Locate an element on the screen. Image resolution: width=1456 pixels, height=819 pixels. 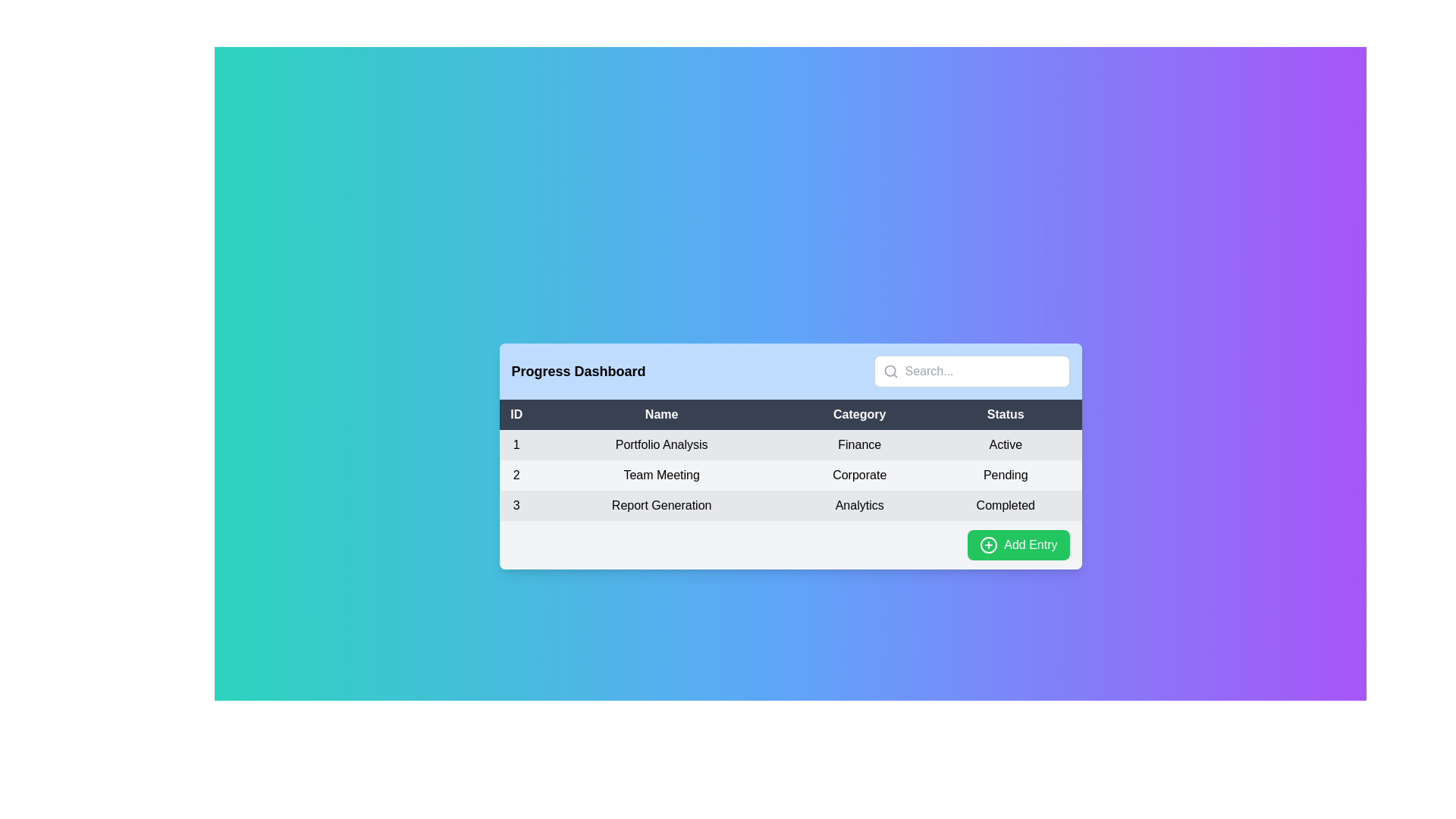
the status text label indicating the status of the 'Portfolio Analysis' entry in the table is located at coordinates (1006, 444).